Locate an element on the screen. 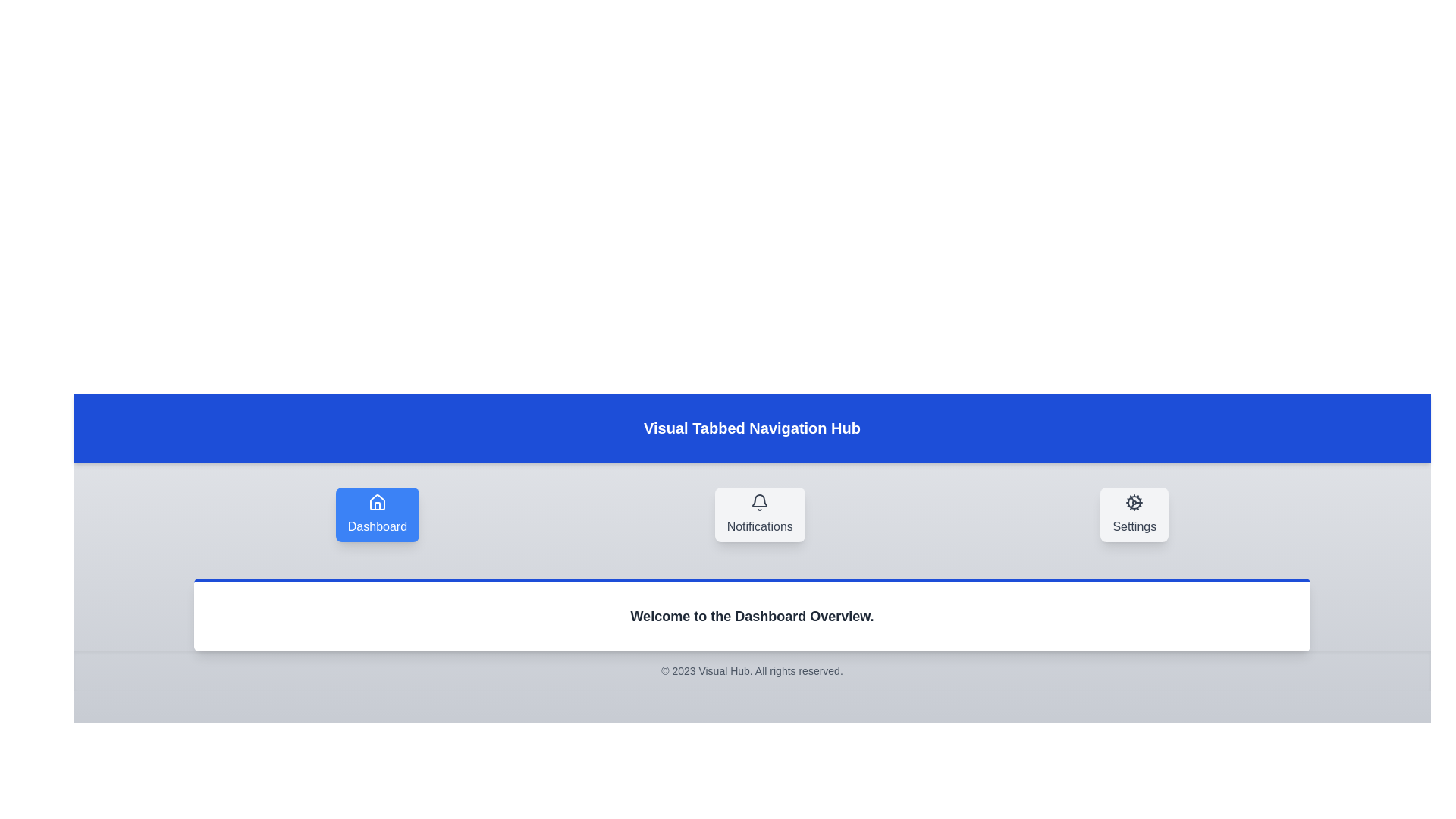  the 'Notifications' button, which is a card-like, rounded rectangular button with a light gray background, centered icon of a bell, and text styled in medium weight font is located at coordinates (760, 513).